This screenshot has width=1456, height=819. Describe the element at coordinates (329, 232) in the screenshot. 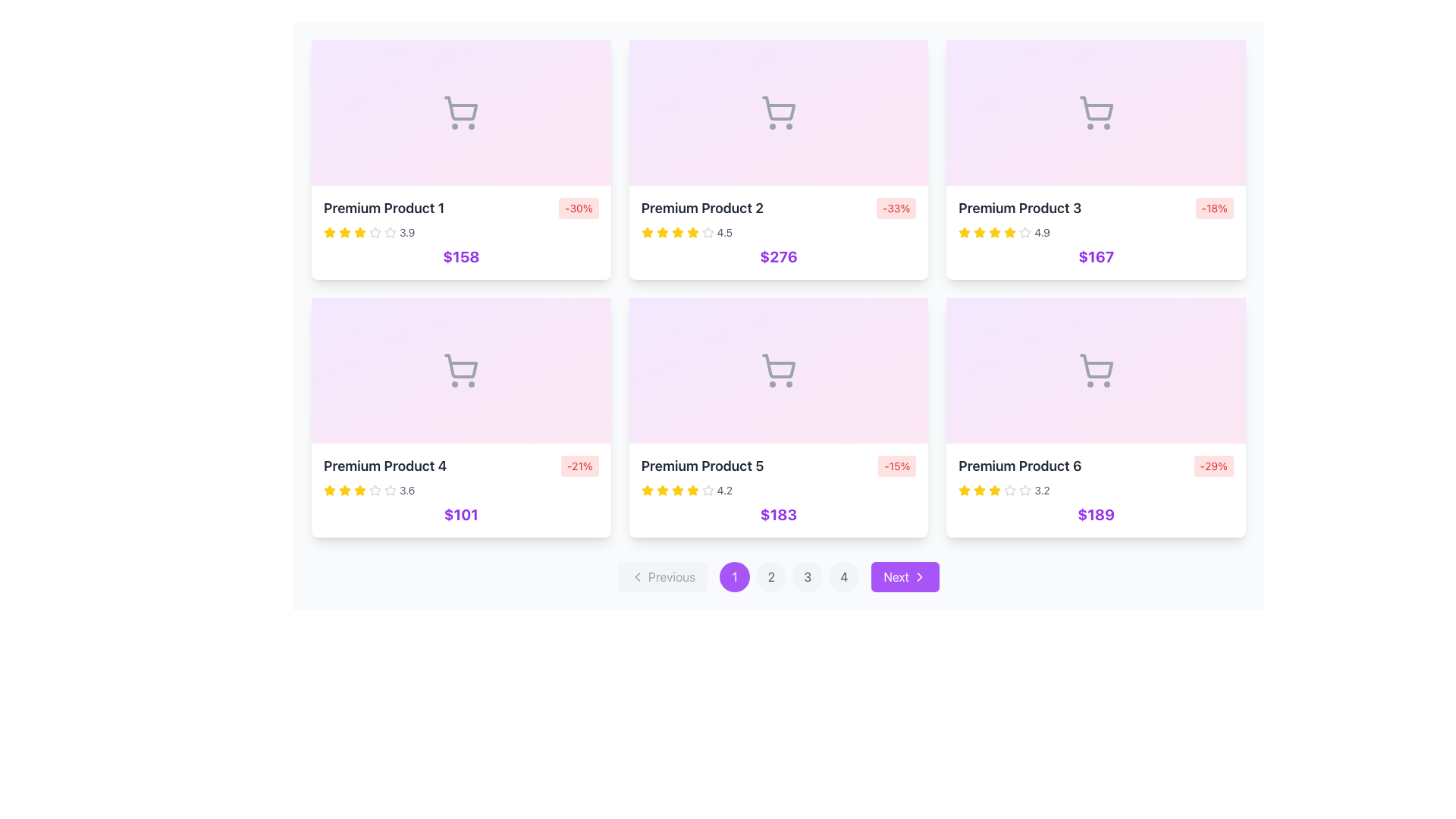

I see `the filled yellow star icon used for rating, located just below the title 'Premium Product 1' in the top-left card of the product grid` at that location.